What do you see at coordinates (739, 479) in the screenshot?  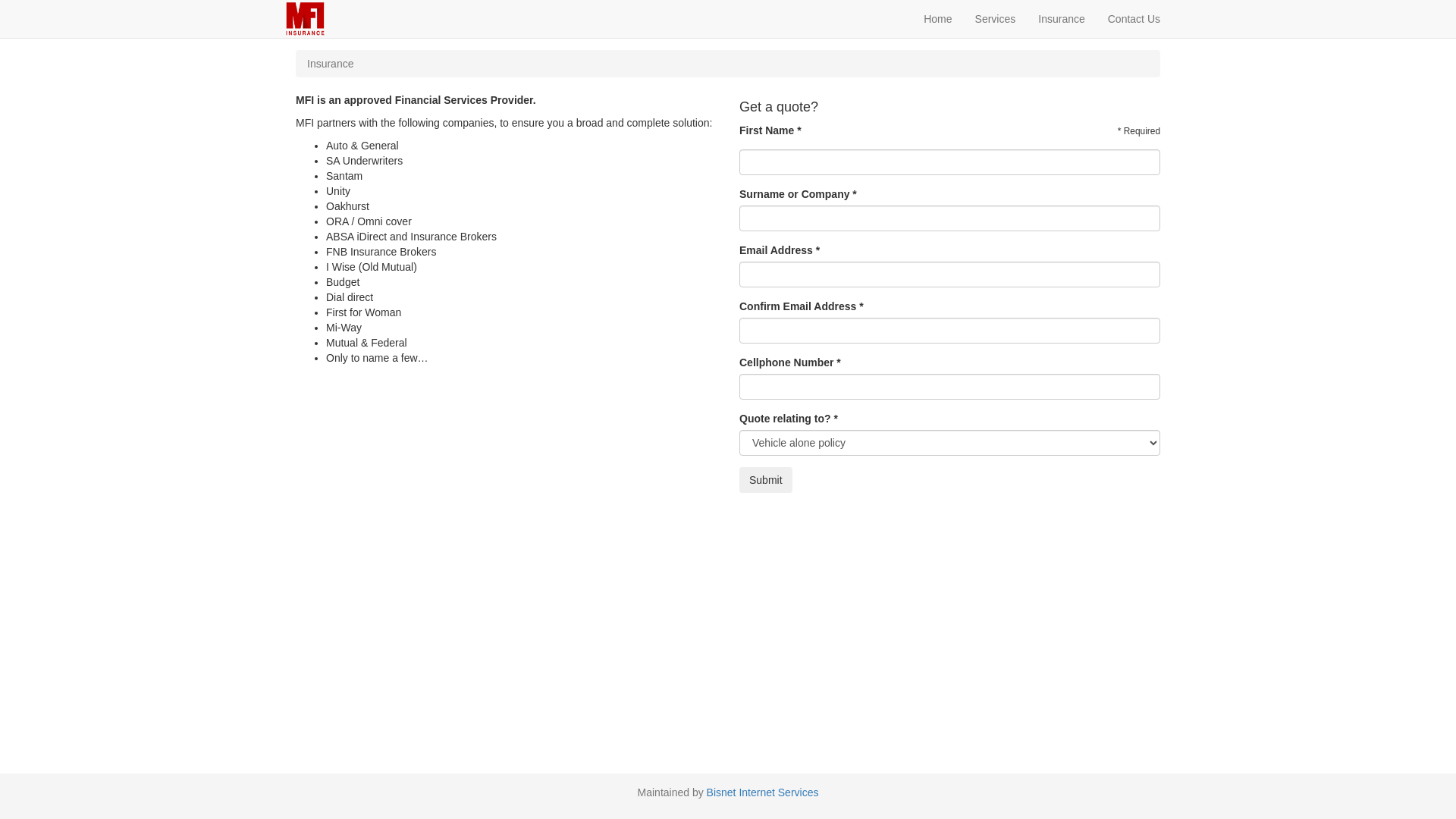 I see `'Submit'` at bounding box center [739, 479].